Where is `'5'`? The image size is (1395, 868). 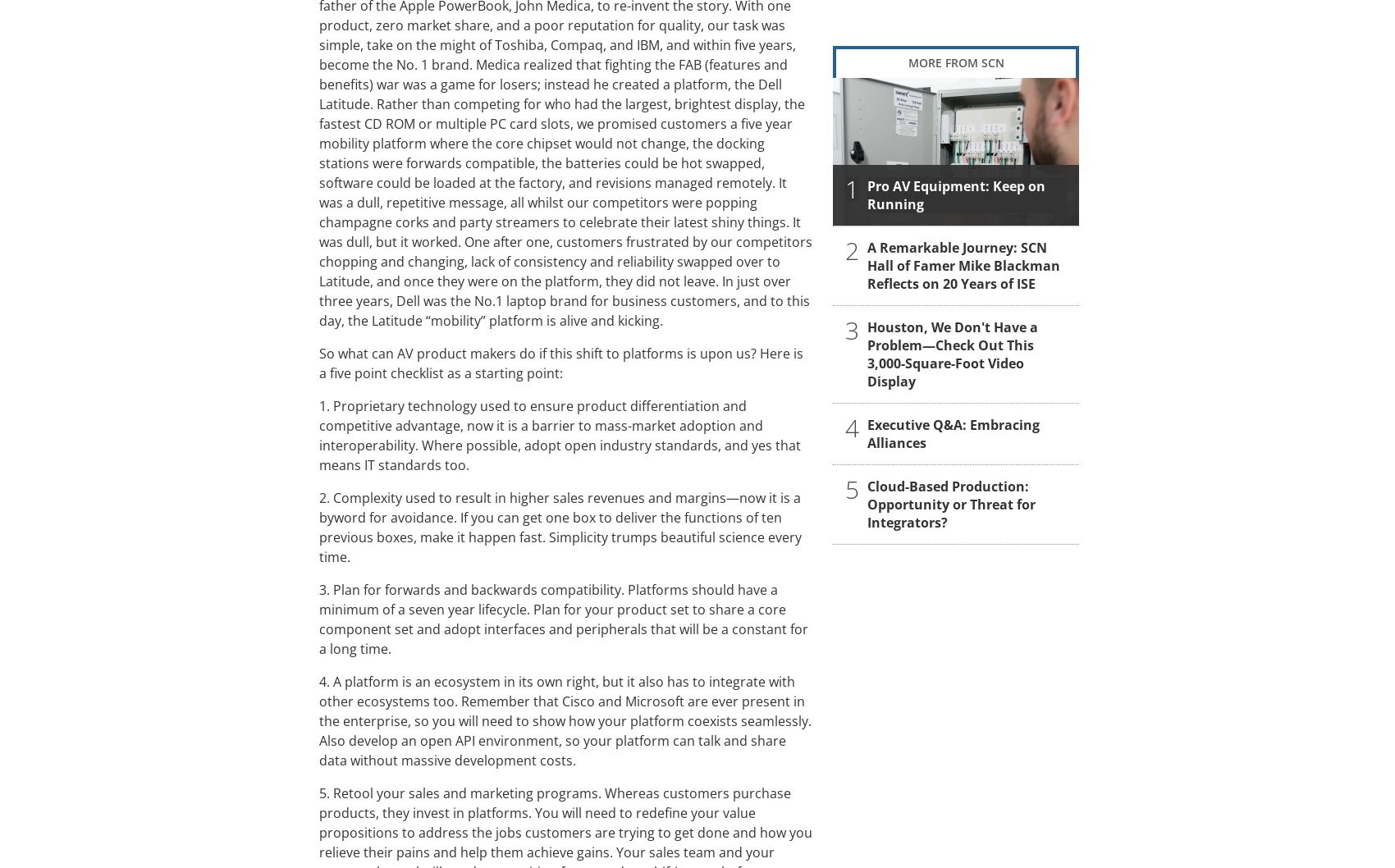
'5' is located at coordinates (851, 488).